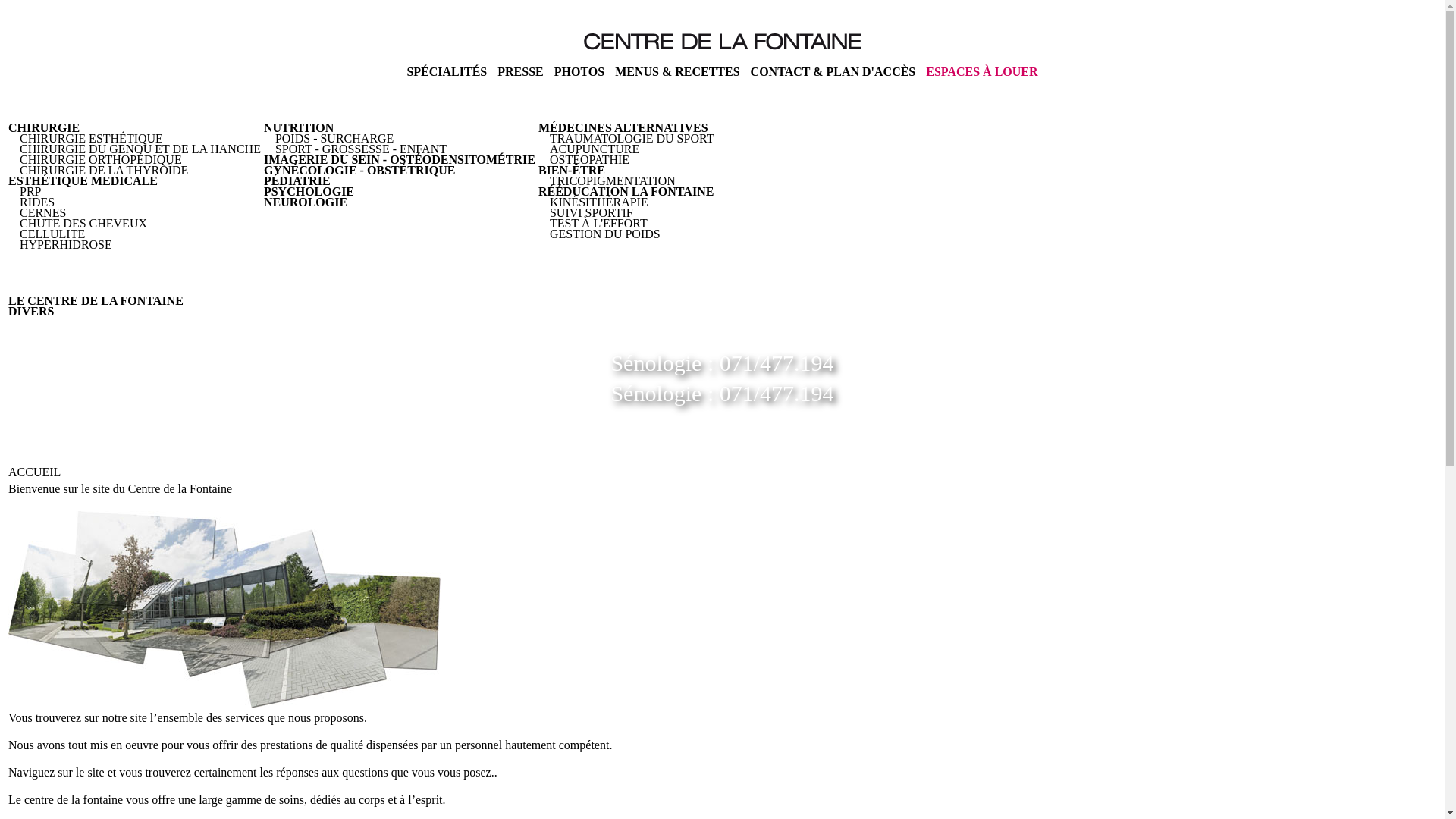  What do you see at coordinates (590, 212) in the screenshot?
I see `'SUIVI SPORTIF'` at bounding box center [590, 212].